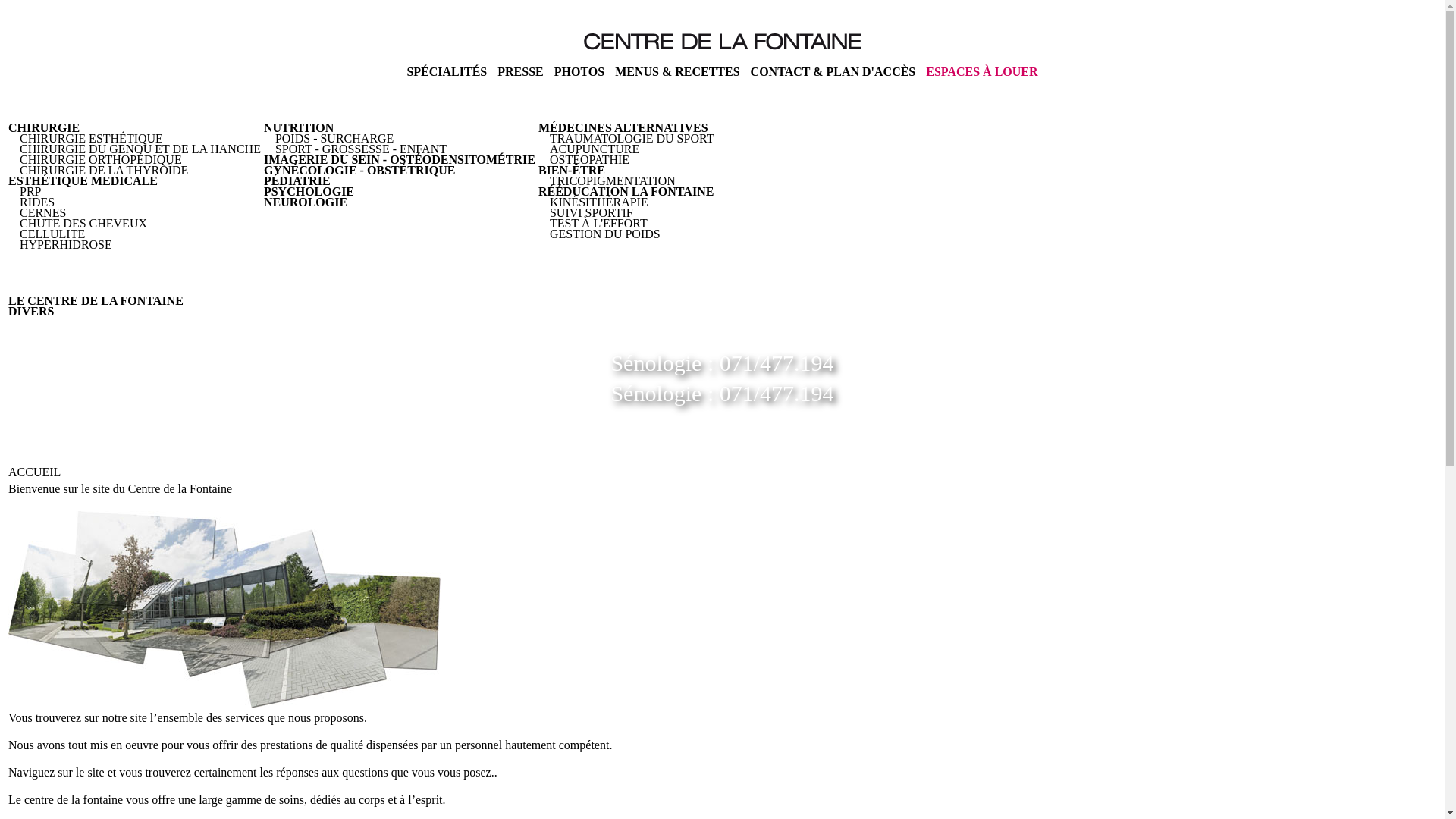  What do you see at coordinates (590, 212) in the screenshot?
I see `'SUIVI SPORTIF'` at bounding box center [590, 212].